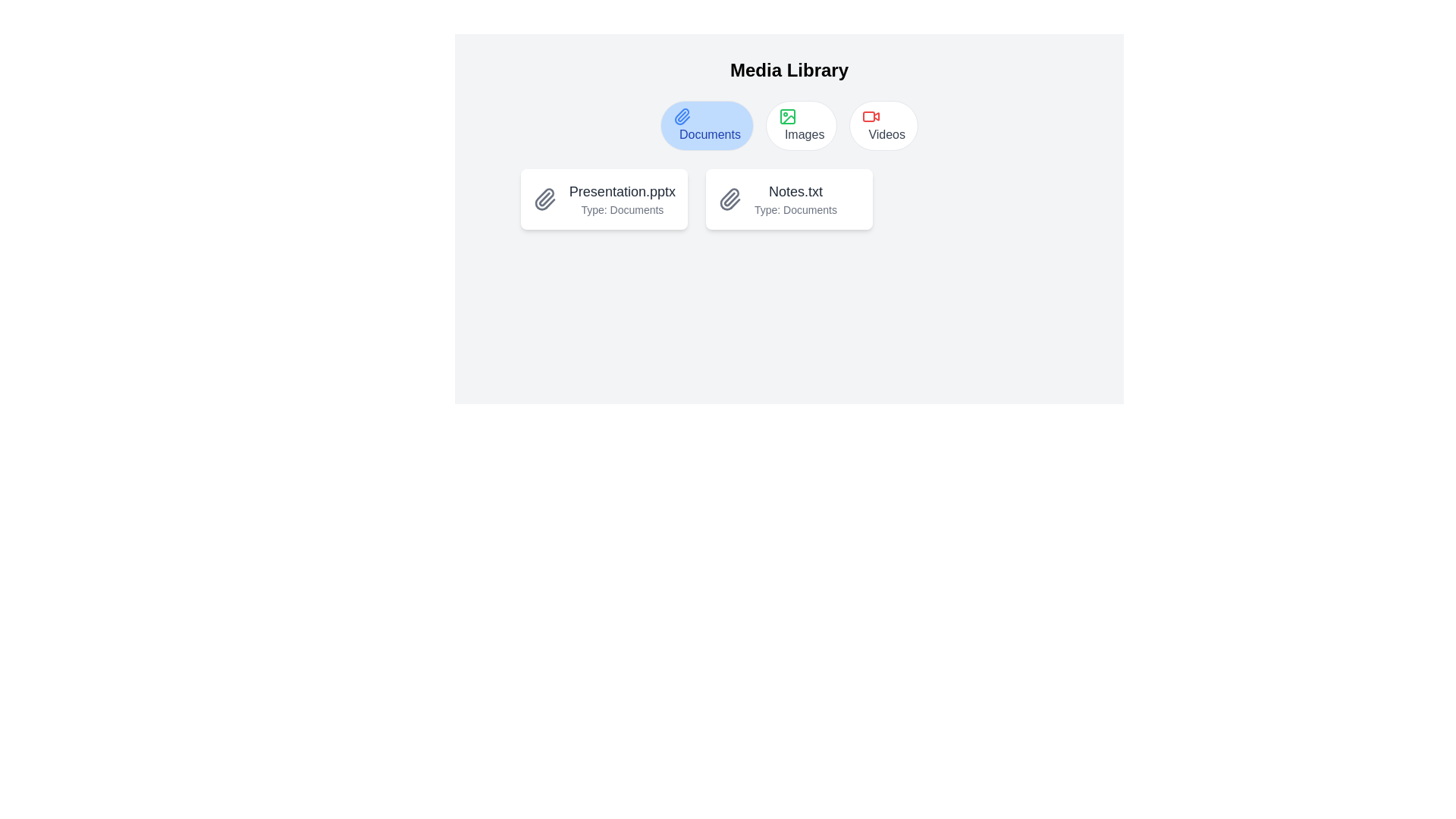 This screenshot has width=1456, height=819. I want to click on the 'Documents' category selector button to possibly display additional information, so click(706, 124).